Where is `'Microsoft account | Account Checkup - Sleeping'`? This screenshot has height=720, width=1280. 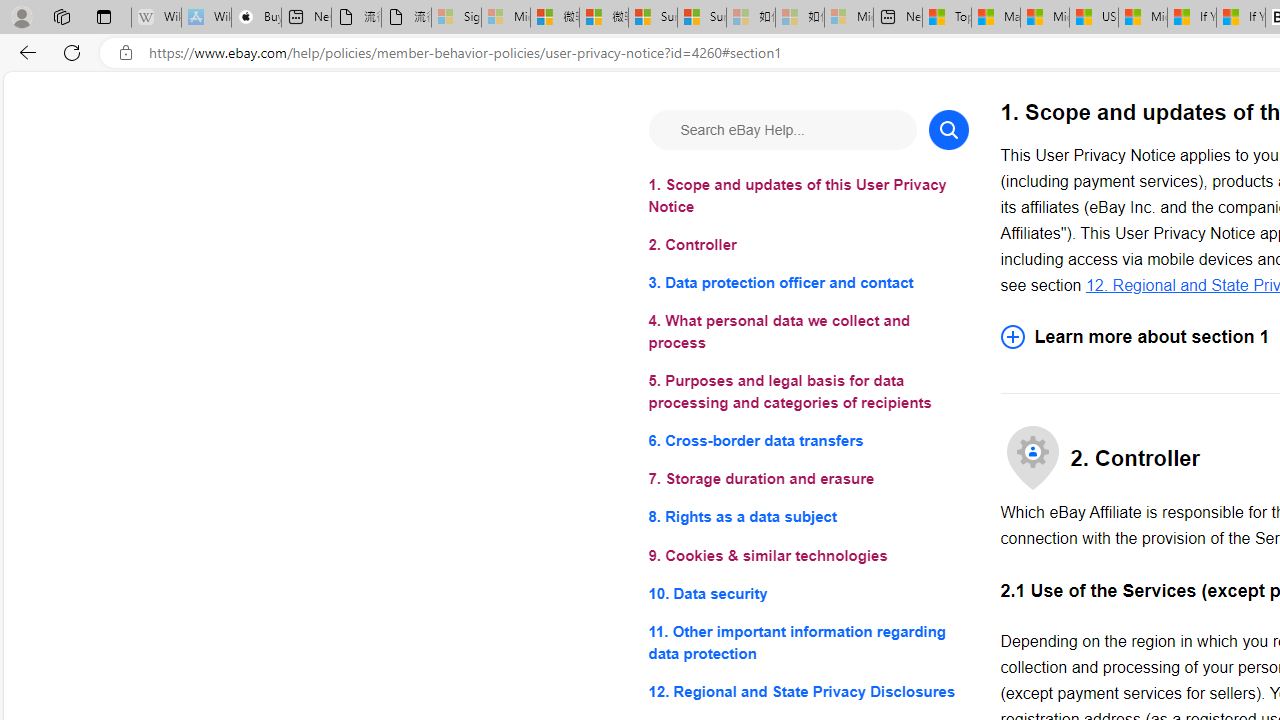
'Microsoft account | Account Checkup - Sleeping' is located at coordinates (849, 17).